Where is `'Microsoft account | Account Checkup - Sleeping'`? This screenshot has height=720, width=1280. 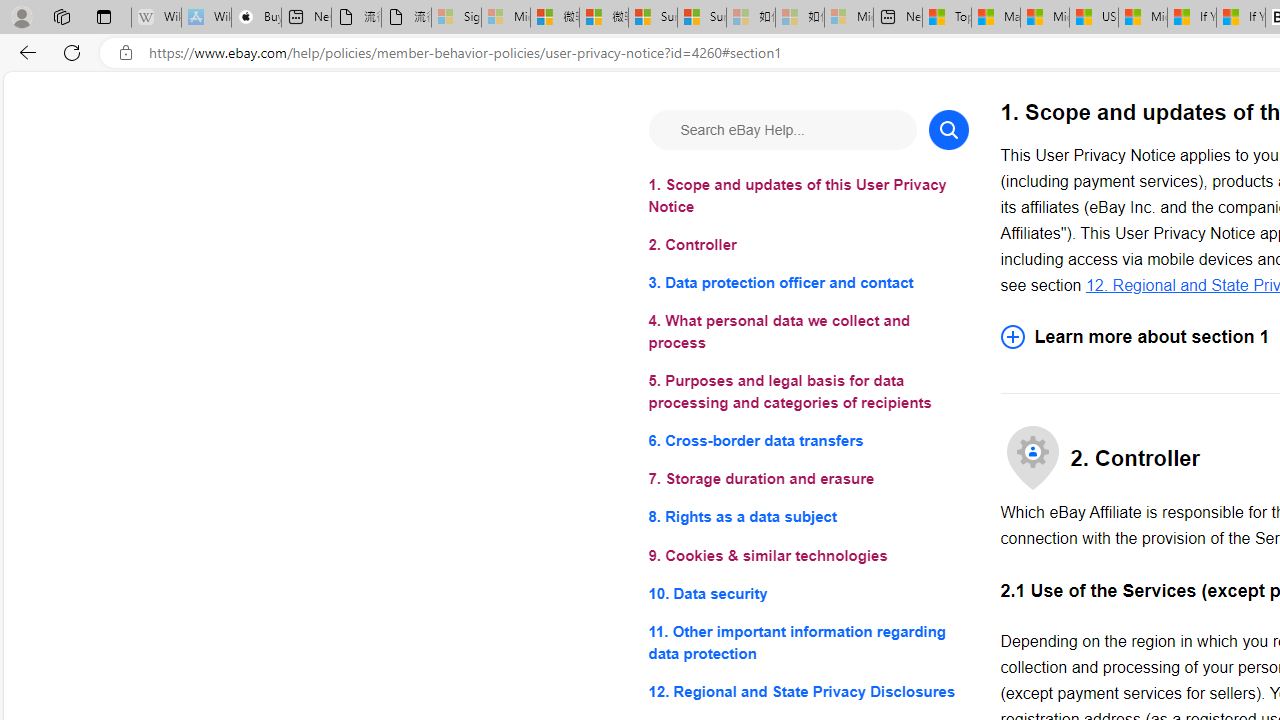
'Microsoft account | Account Checkup - Sleeping' is located at coordinates (849, 17).